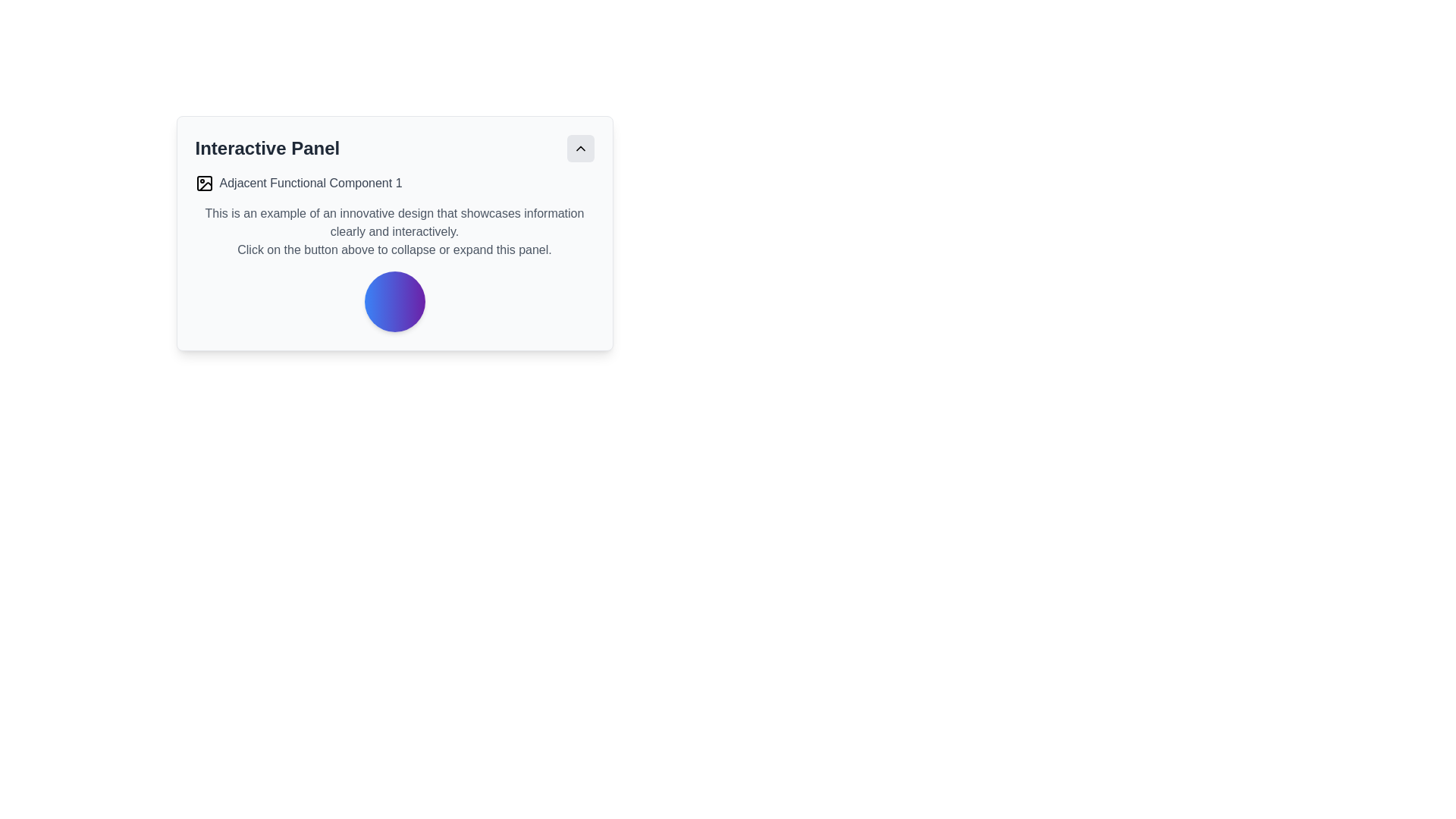 Image resolution: width=1456 pixels, height=819 pixels. I want to click on the informative text element located below the 'Interactive Panel' heading and under the 'Adjacent Functional Component 1' title, so click(394, 222).